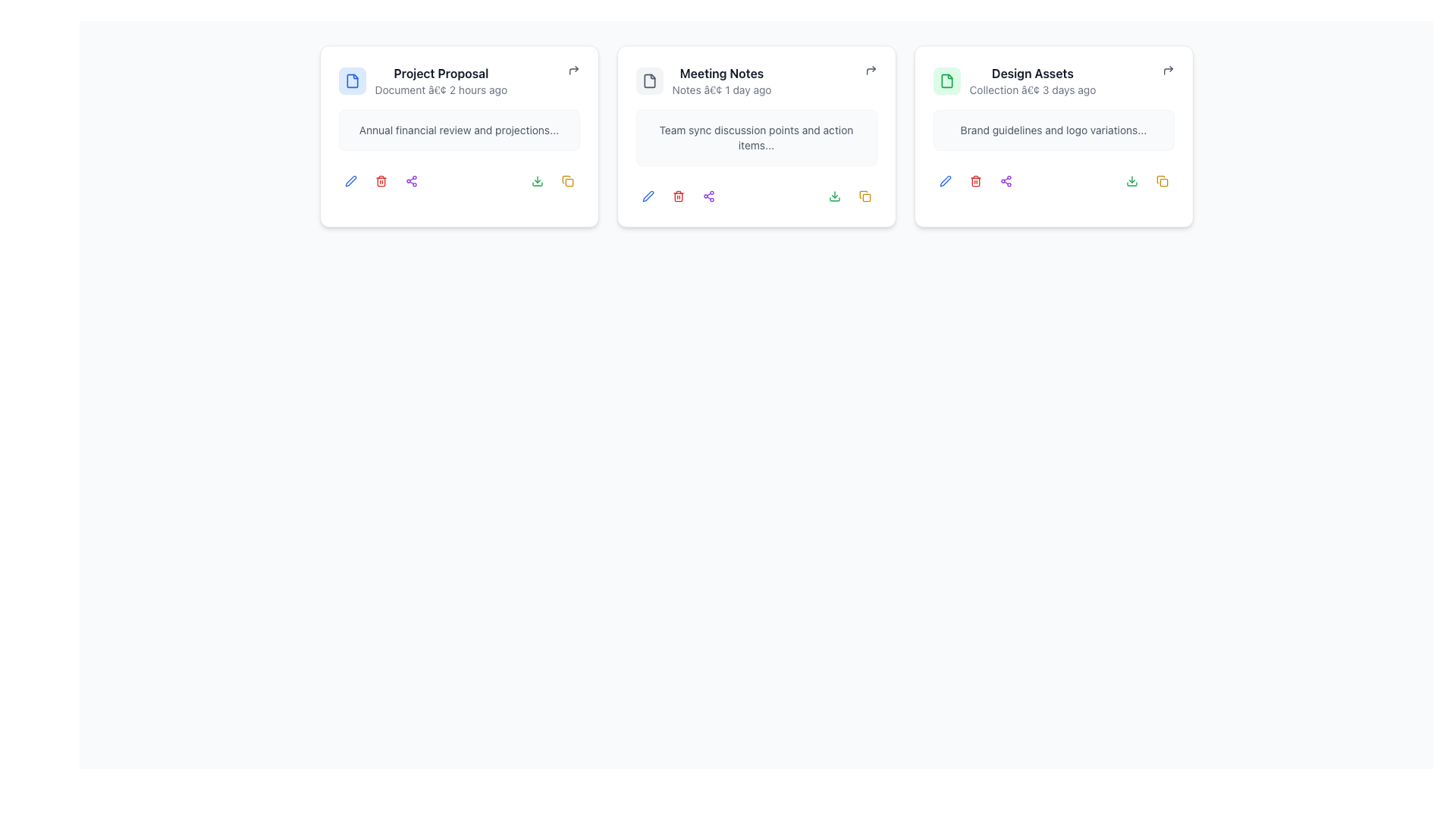 This screenshot has width=1456, height=819. What do you see at coordinates (1053, 136) in the screenshot?
I see `the 'Design Assets' interactive card` at bounding box center [1053, 136].